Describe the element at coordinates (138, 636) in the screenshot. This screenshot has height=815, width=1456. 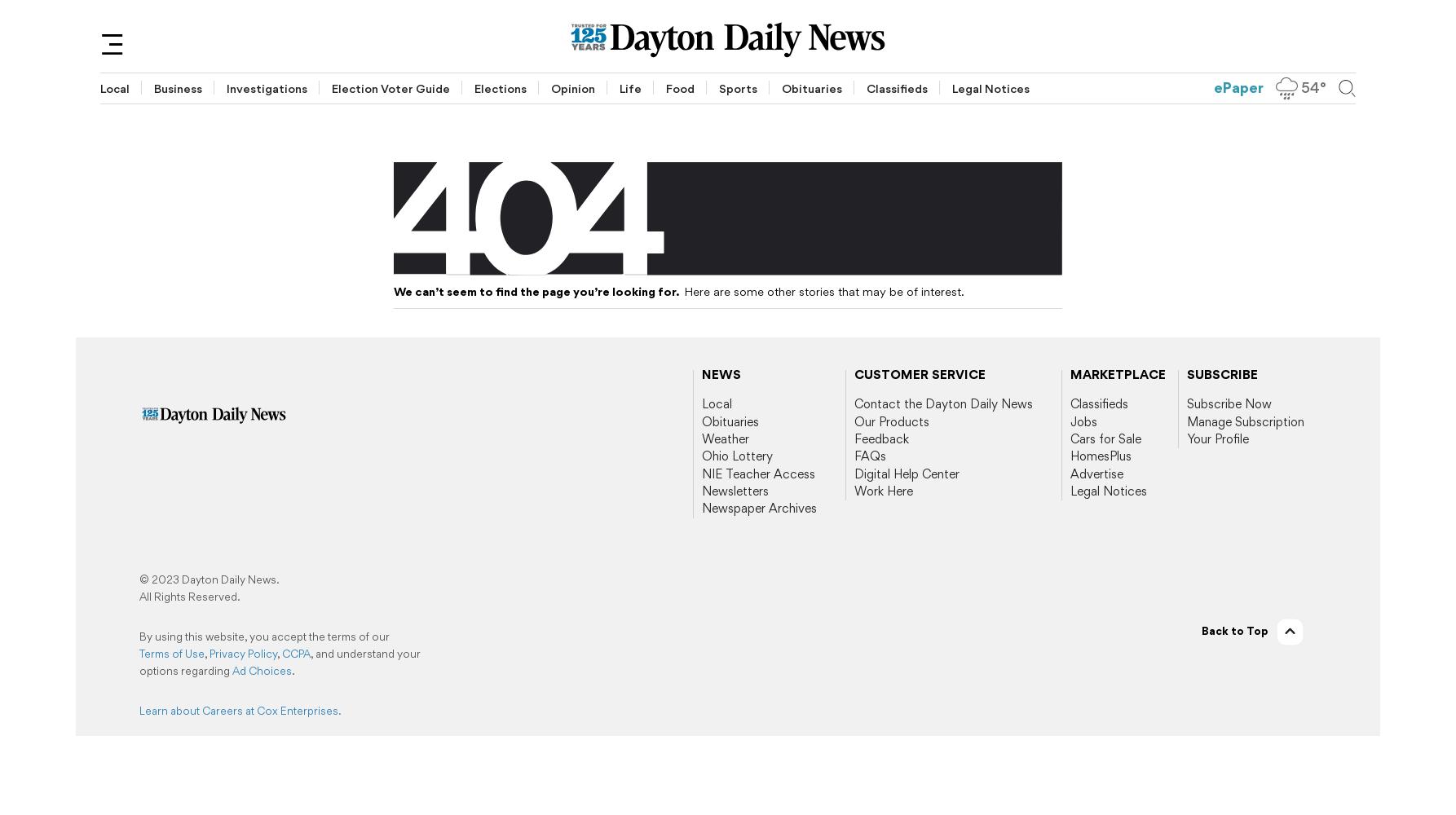
I see `'By using this website, you accept the terms of our'` at that location.